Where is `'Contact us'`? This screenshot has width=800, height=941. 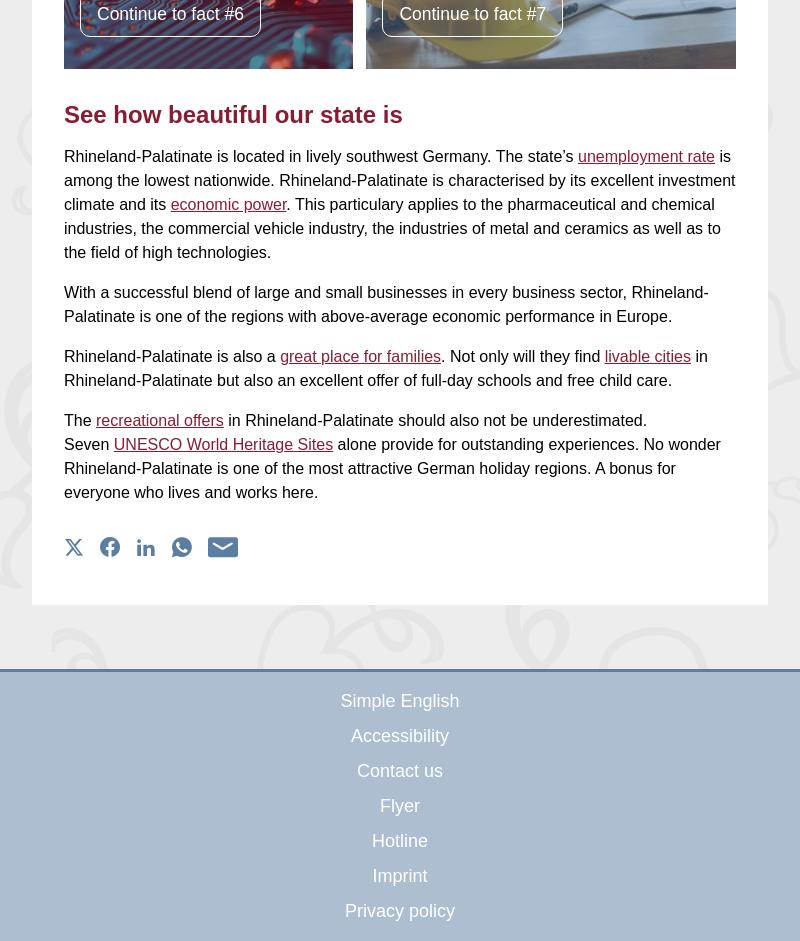
'Contact us' is located at coordinates (356, 770).